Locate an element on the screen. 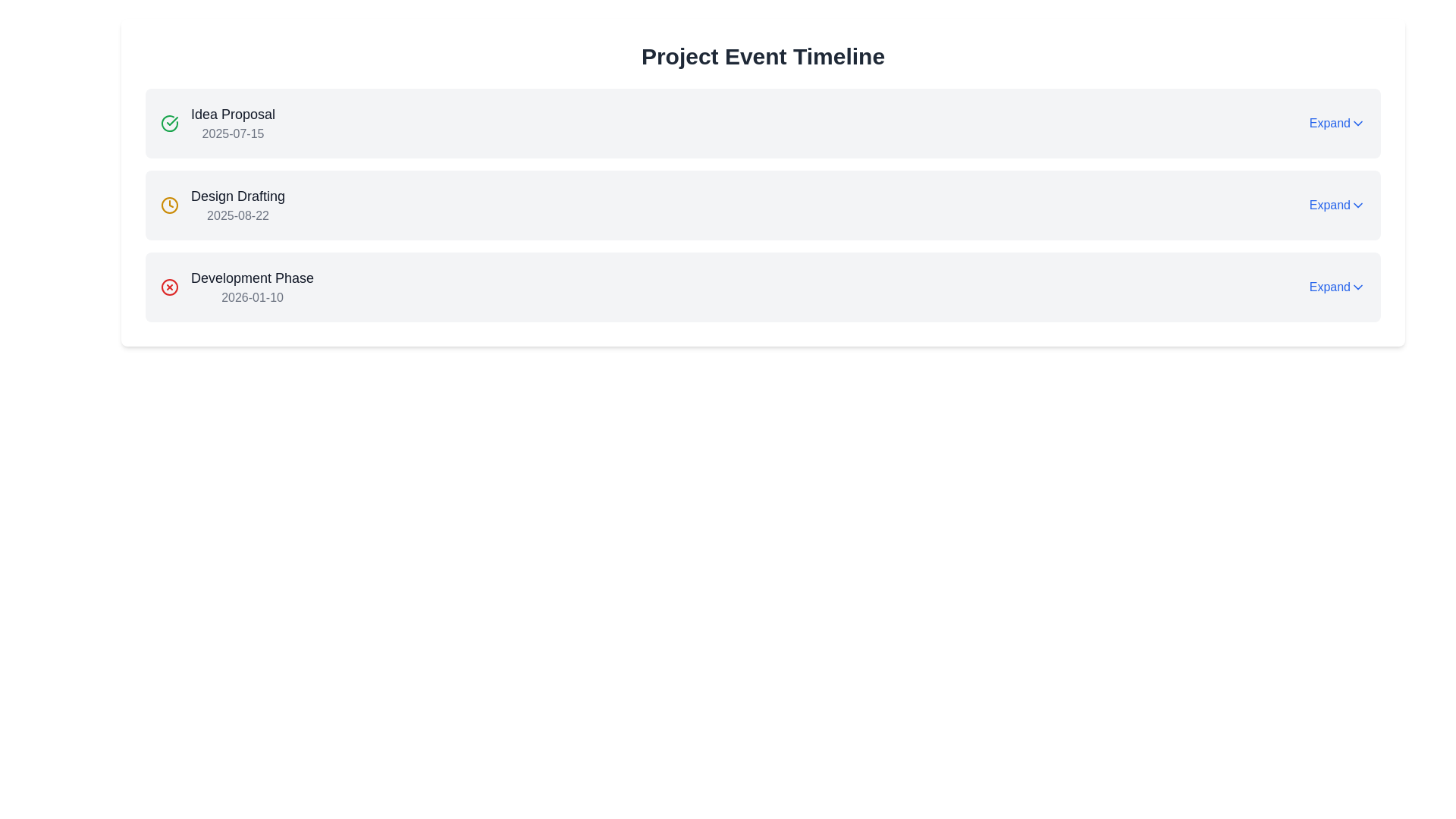  the Info Card in the second row of the 'Project Event Timeline' list, which provides details about a specific event including its title and scheduled date is located at coordinates (221, 205).